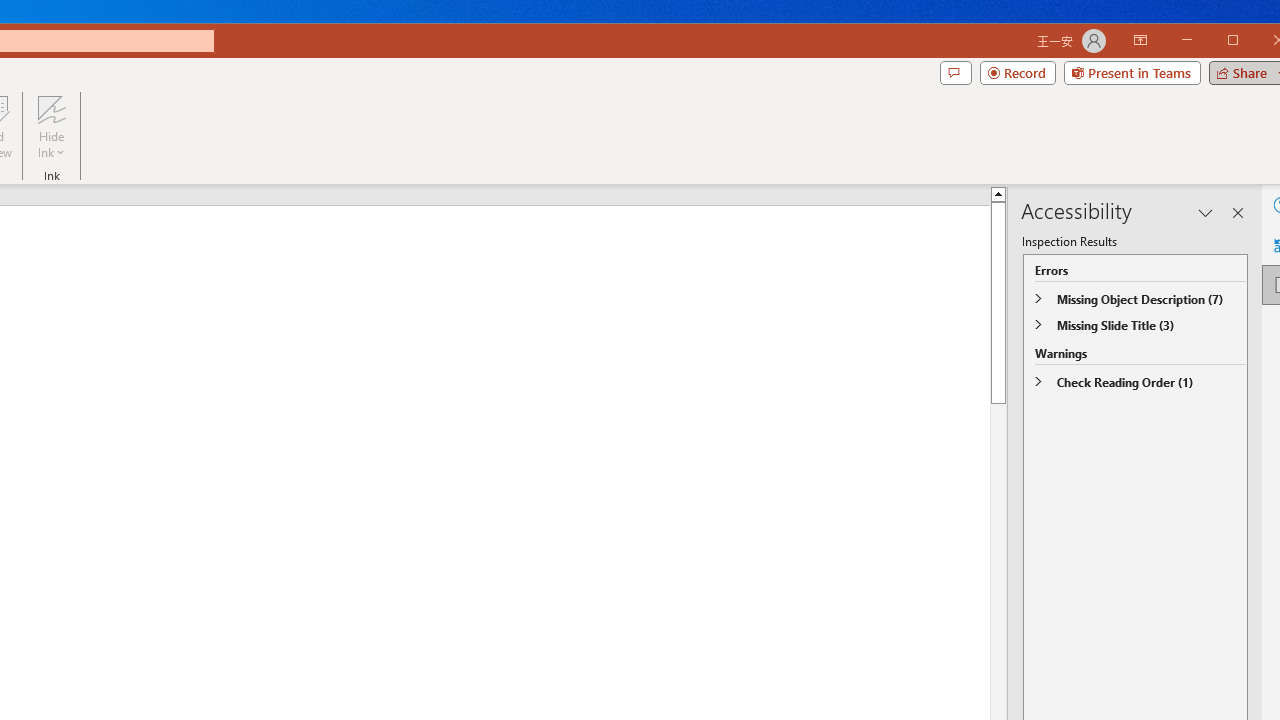  Describe the element at coordinates (1261, 42) in the screenshot. I see `'Maximize'` at that location.